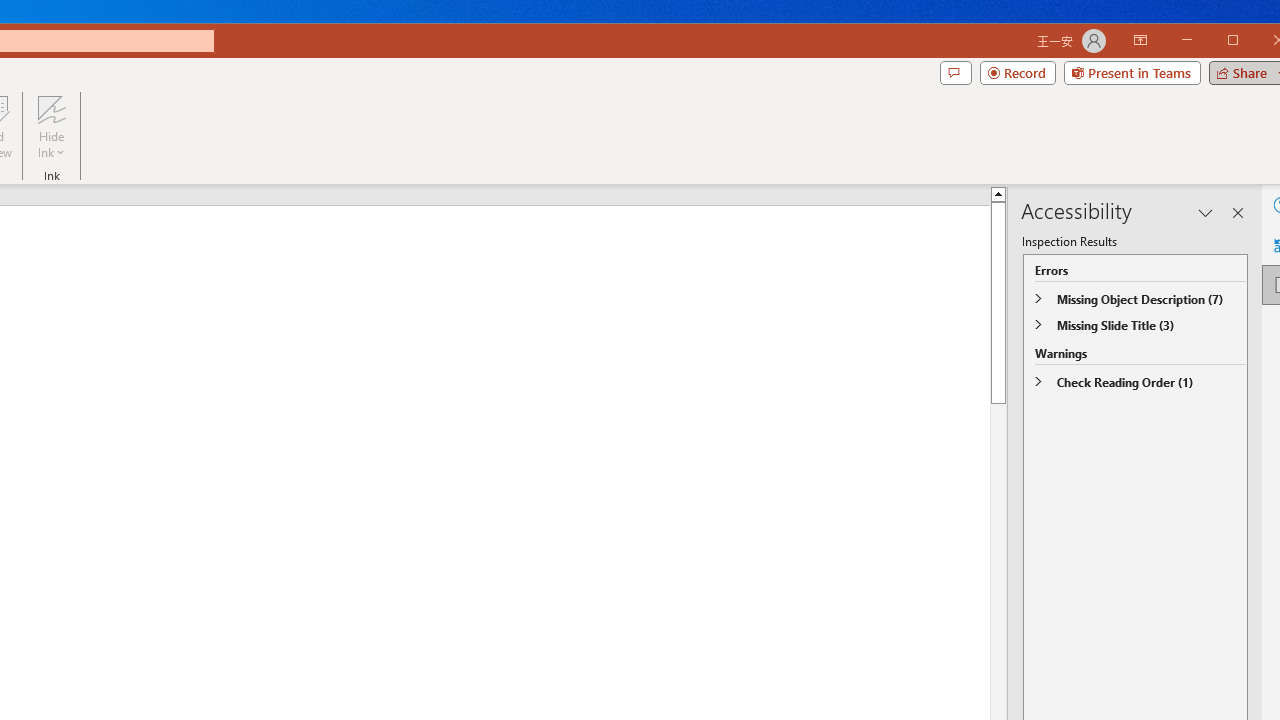  Describe the element at coordinates (1261, 42) in the screenshot. I see `'Maximize'` at that location.